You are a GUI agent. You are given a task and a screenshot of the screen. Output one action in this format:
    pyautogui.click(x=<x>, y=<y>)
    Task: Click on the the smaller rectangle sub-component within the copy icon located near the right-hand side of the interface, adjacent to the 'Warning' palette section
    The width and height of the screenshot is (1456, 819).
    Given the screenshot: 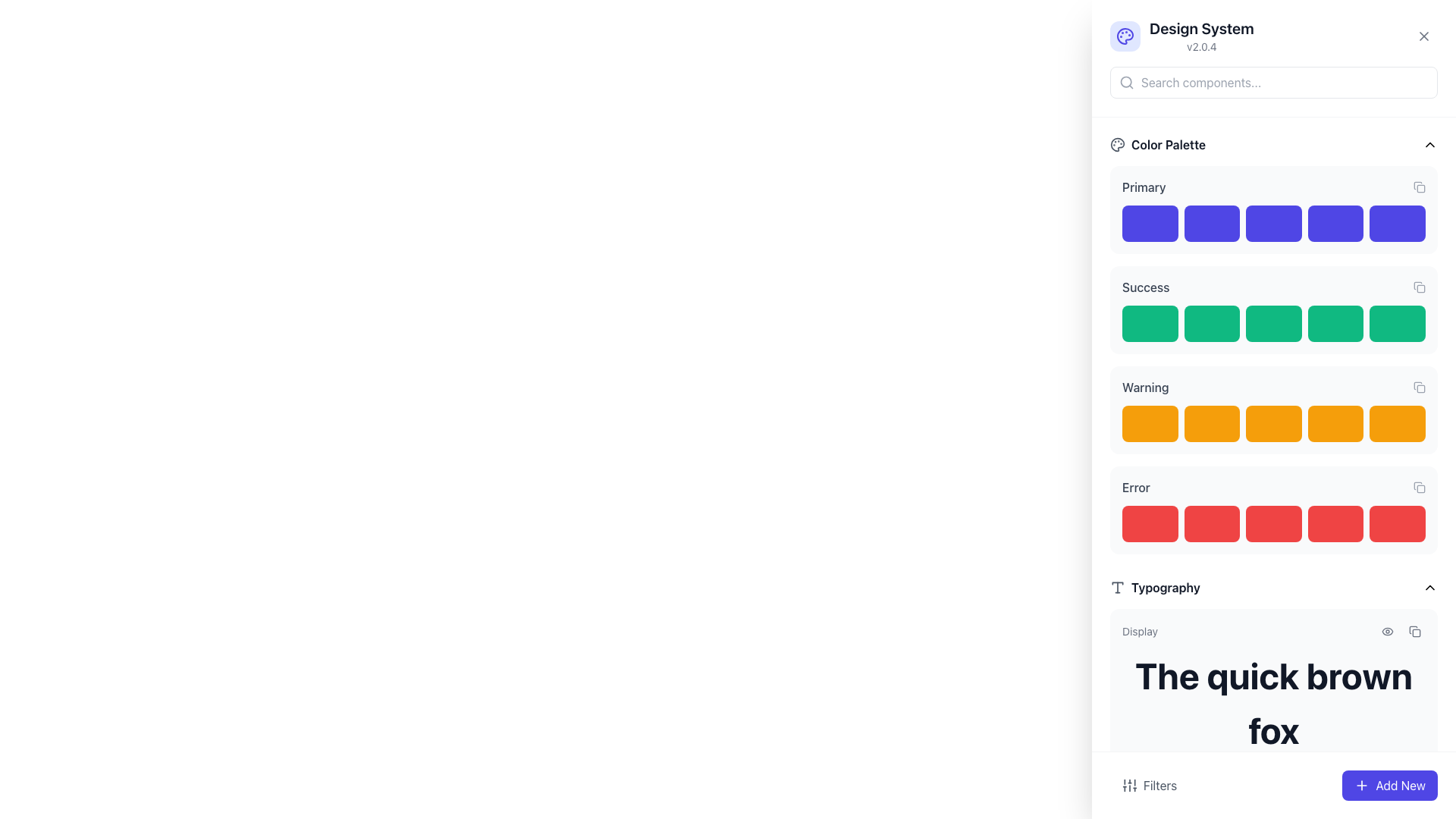 What is the action you would take?
    pyautogui.click(x=1420, y=388)
    